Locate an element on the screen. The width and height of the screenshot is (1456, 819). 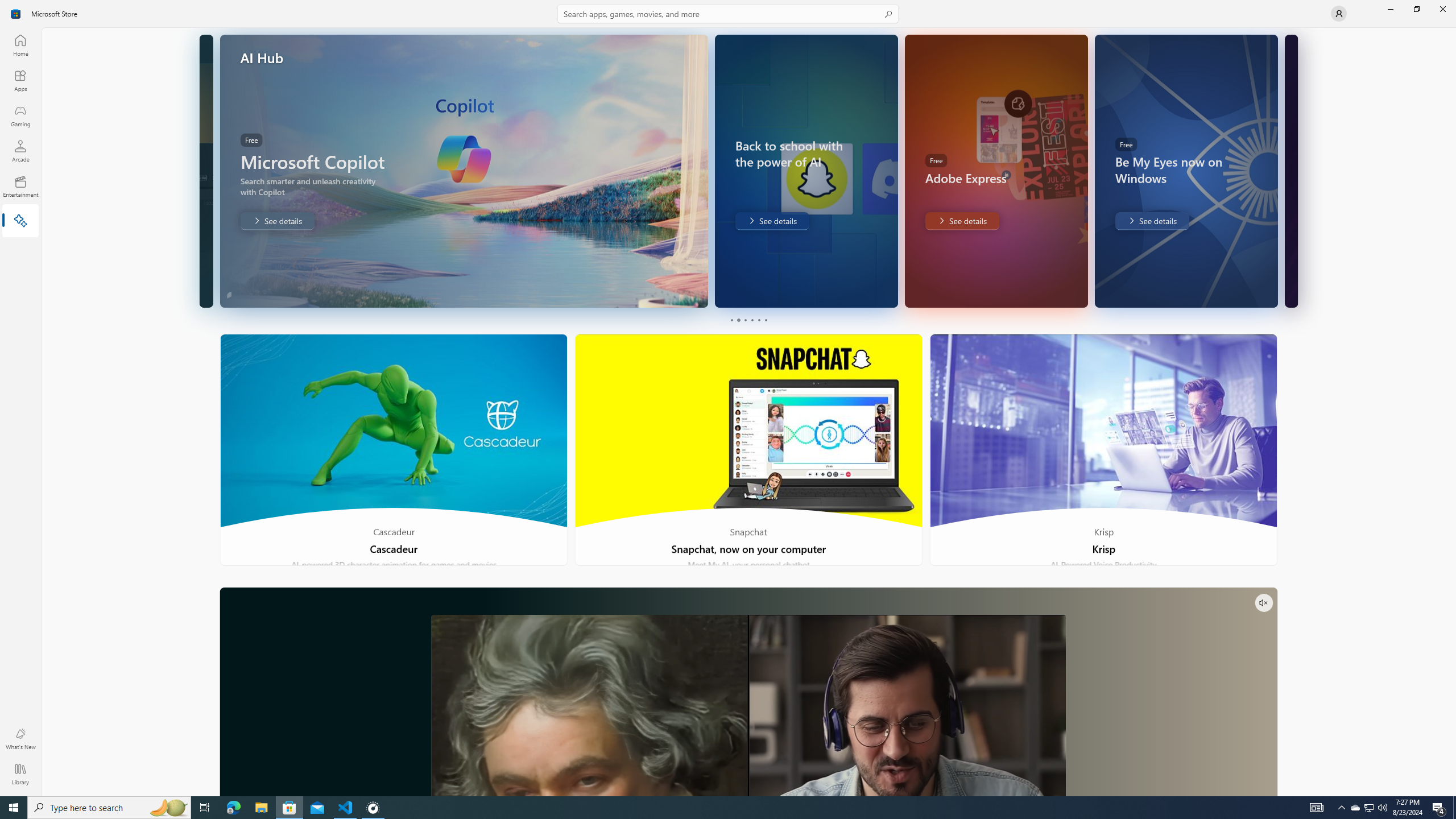
'Snapchat, now on your computer' is located at coordinates (748, 449).